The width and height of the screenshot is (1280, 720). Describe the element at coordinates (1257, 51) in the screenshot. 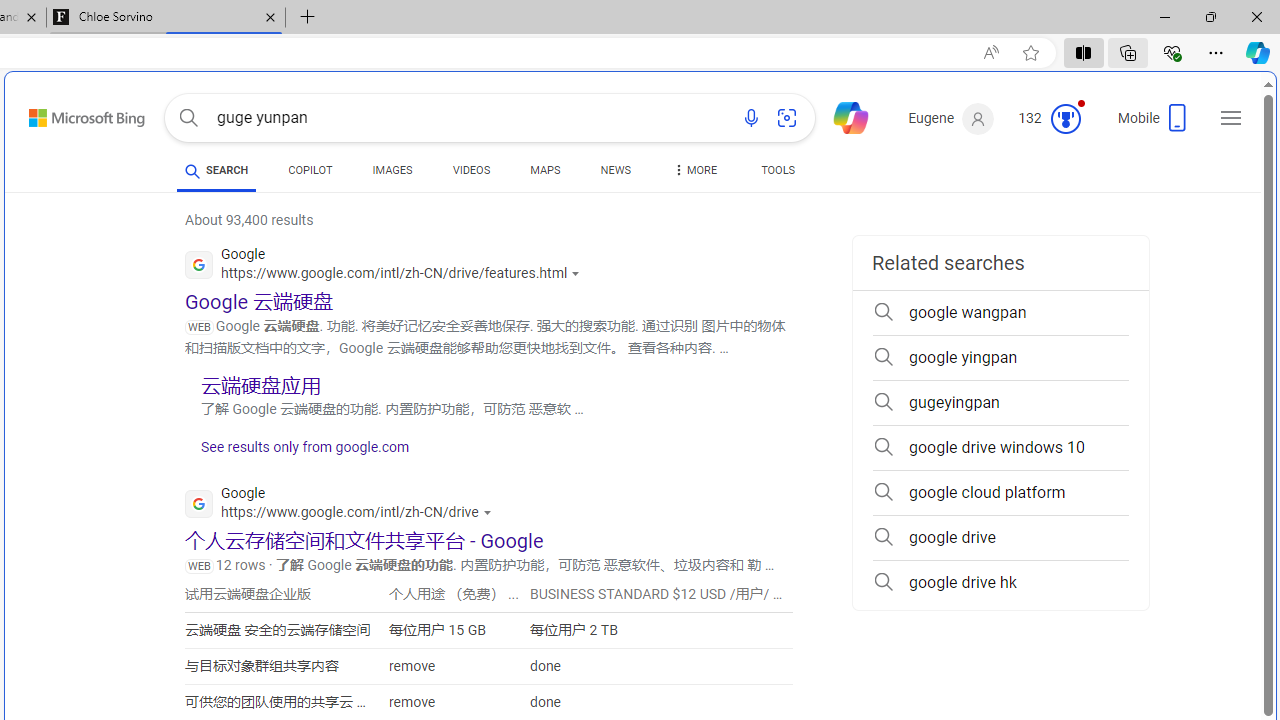

I see `'Copilot (Ctrl+Shift+.)'` at that location.